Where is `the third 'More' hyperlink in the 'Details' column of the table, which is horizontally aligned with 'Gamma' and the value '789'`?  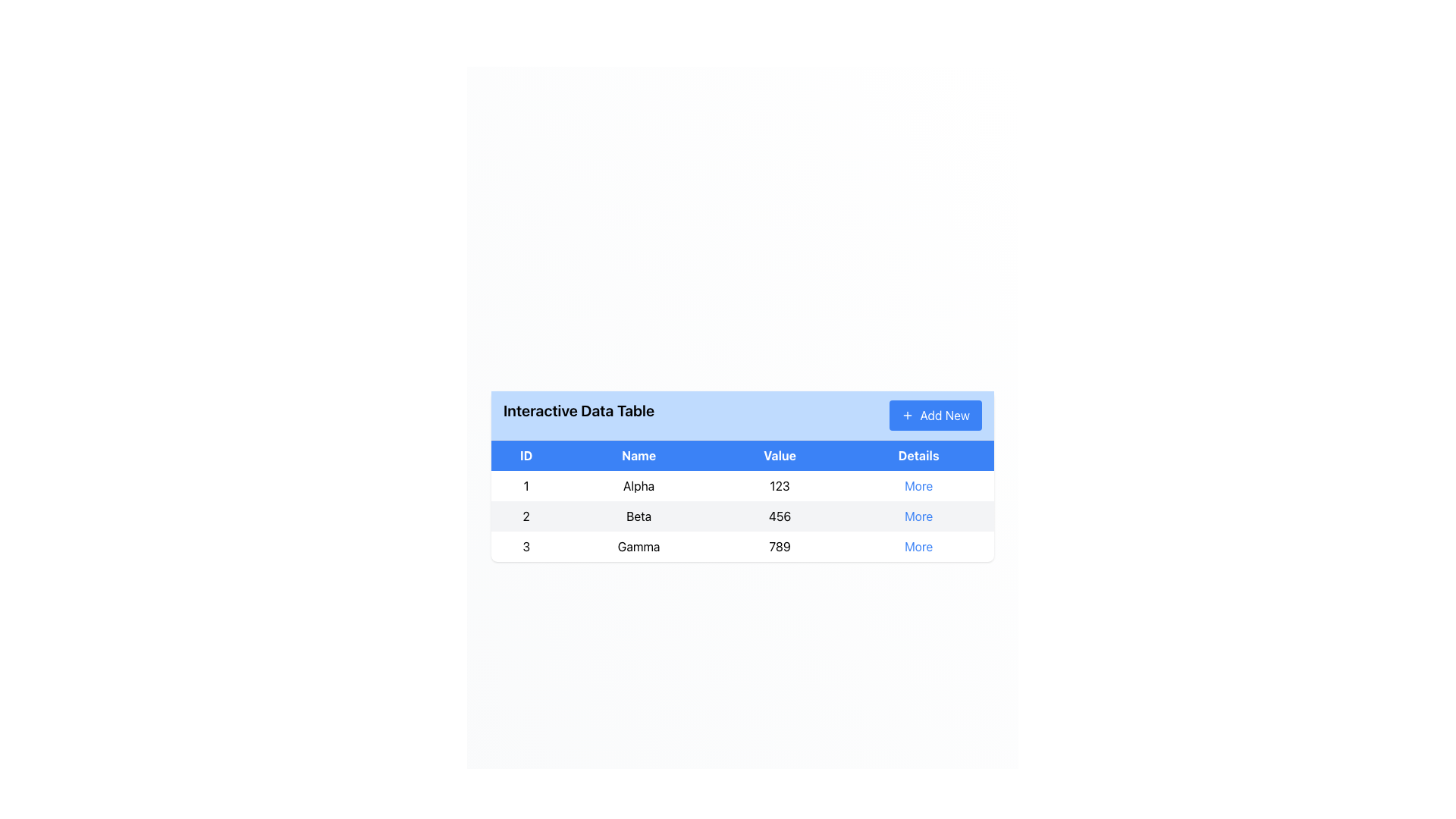 the third 'More' hyperlink in the 'Details' column of the table, which is horizontally aligned with 'Gamma' and the value '789' is located at coordinates (918, 546).